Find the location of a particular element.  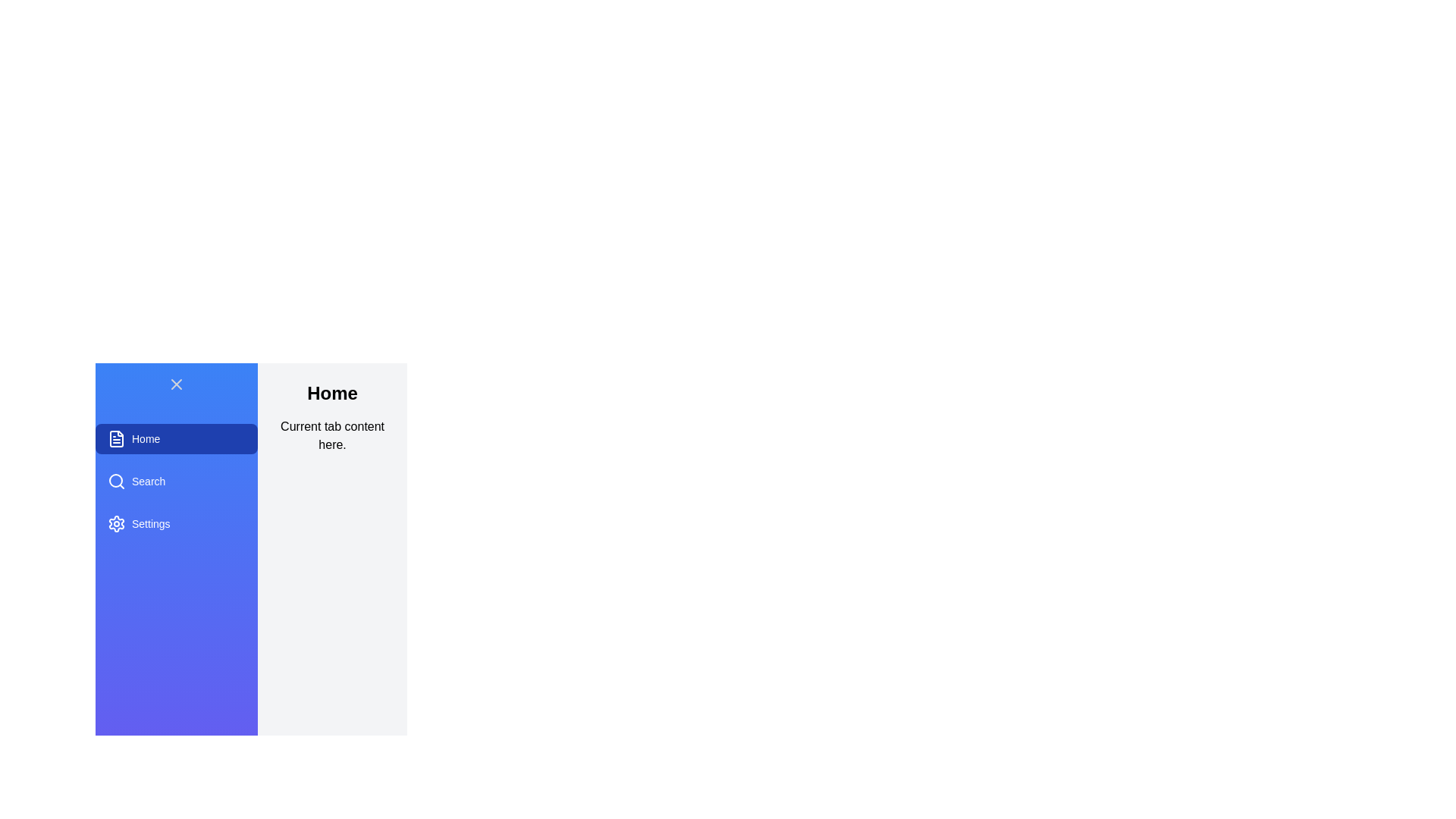

the tab labeled Search to observe the hover effect is located at coordinates (177, 482).